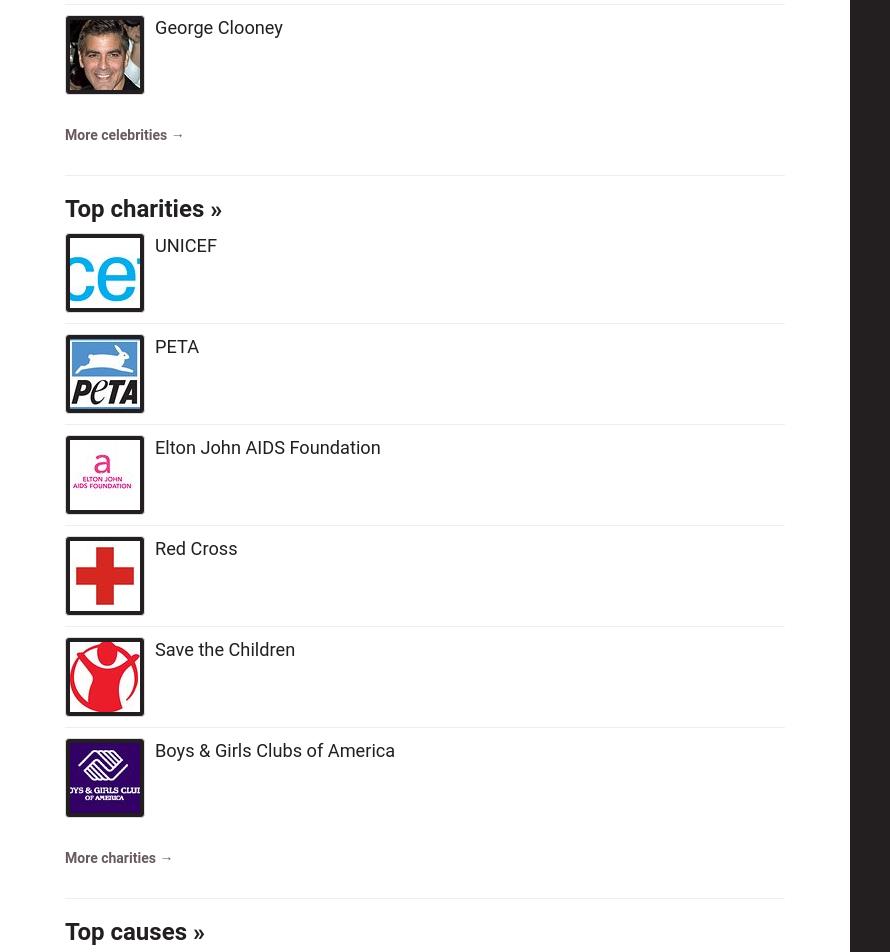 The width and height of the screenshot is (890, 952). What do you see at coordinates (185, 243) in the screenshot?
I see `'UNICEF'` at bounding box center [185, 243].